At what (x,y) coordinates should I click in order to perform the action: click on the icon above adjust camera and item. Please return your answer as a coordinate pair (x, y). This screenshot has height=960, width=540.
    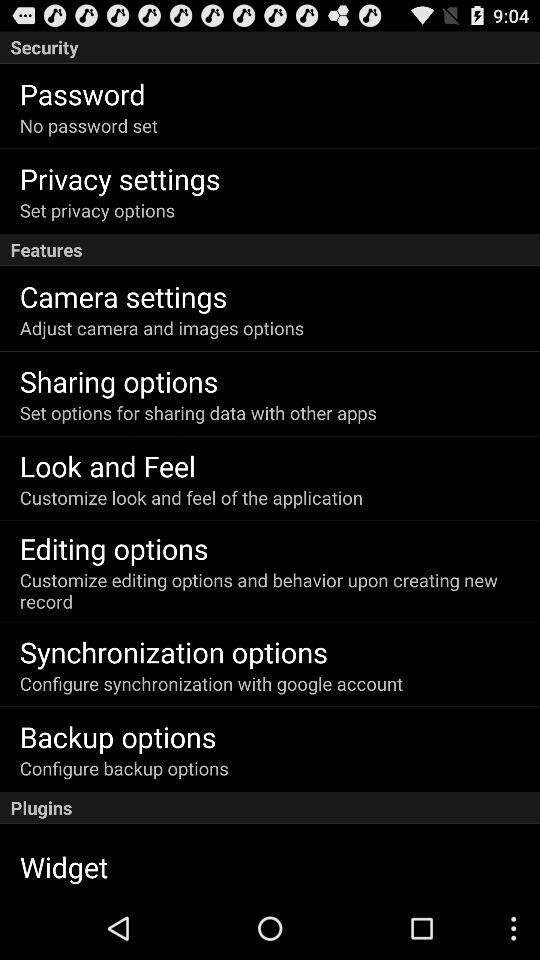
    Looking at the image, I should click on (123, 295).